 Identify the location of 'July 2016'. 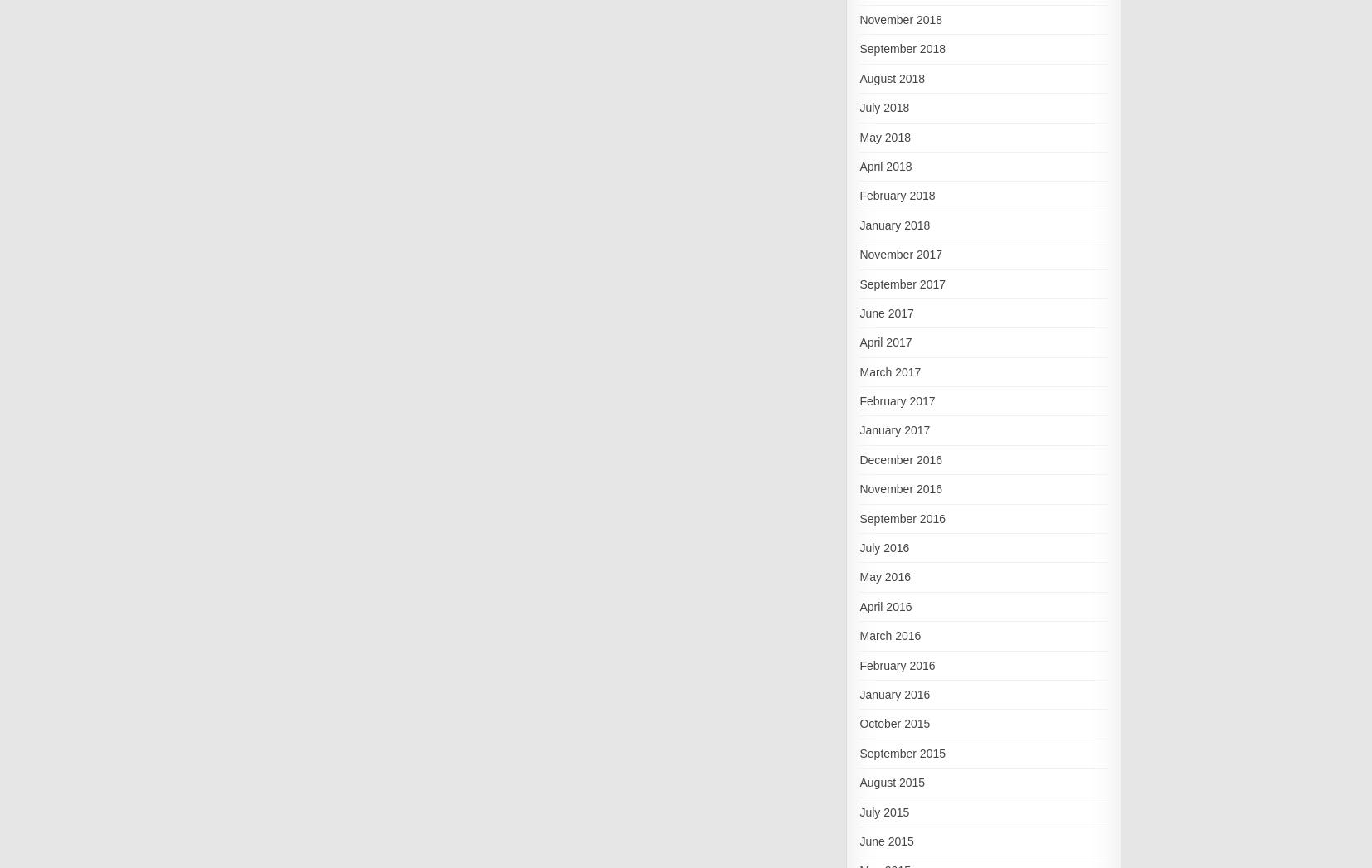
(883, 547).